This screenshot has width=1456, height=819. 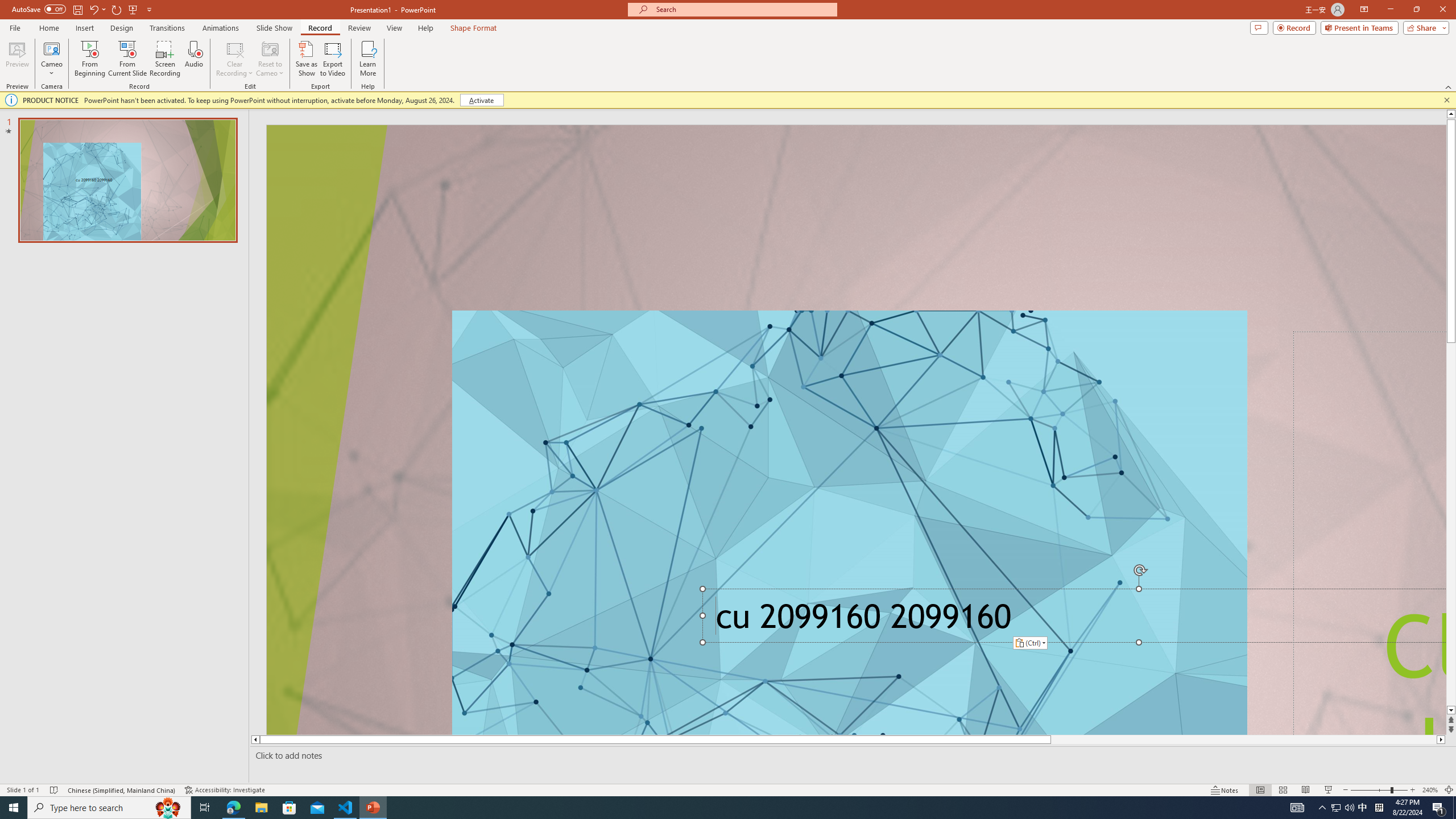 What do you see at coordinates (1446, 100) in the screenshot?
I see `'Close this message'` at bounding box center [1446, 100].